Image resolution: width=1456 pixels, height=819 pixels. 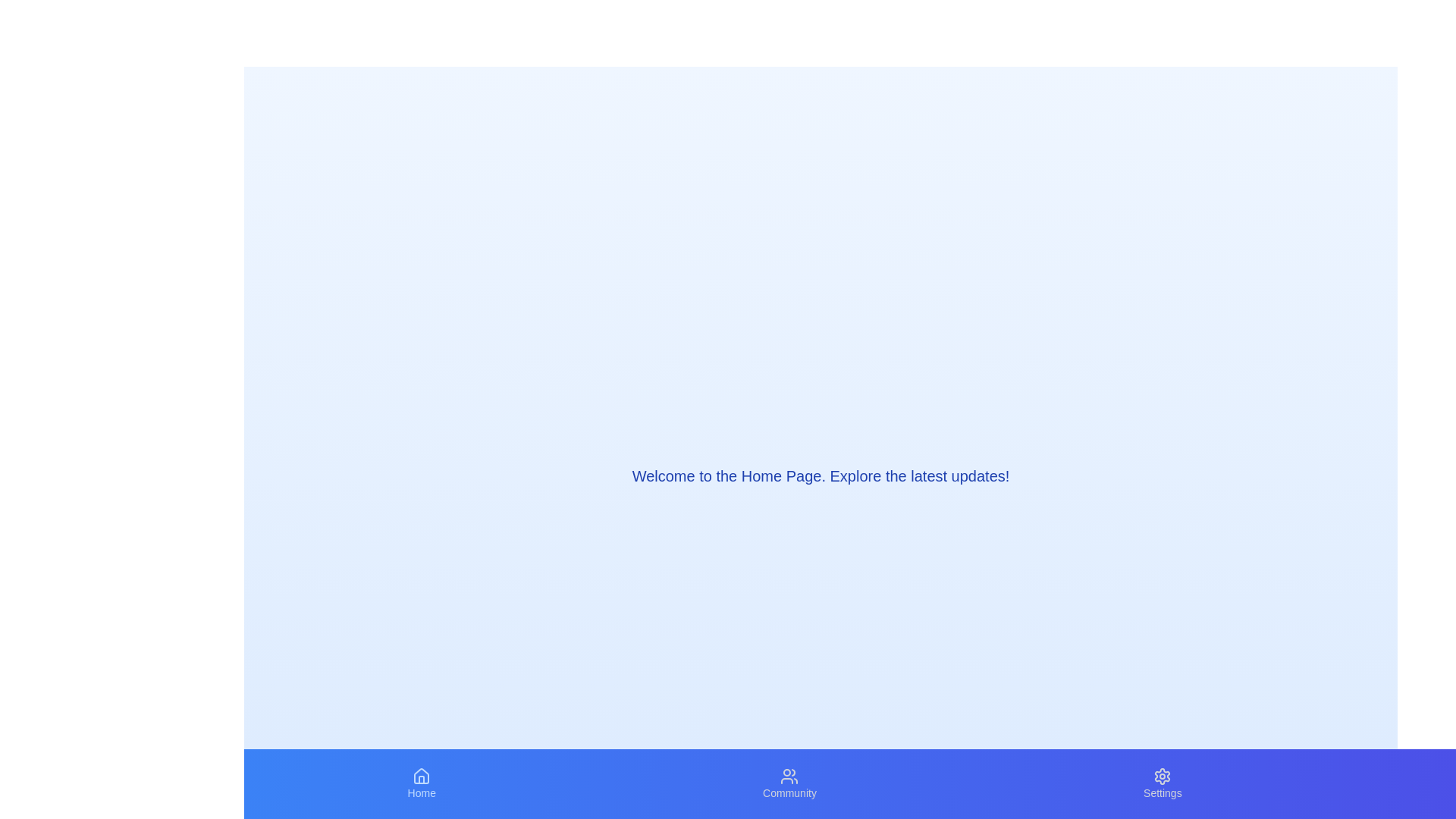 What do you see at coordinates (789, 776) in the screenshot?
I see `the user group icon located in the navigation bar, which is centered above the 'Community' text` at bounding box center [789, 776].